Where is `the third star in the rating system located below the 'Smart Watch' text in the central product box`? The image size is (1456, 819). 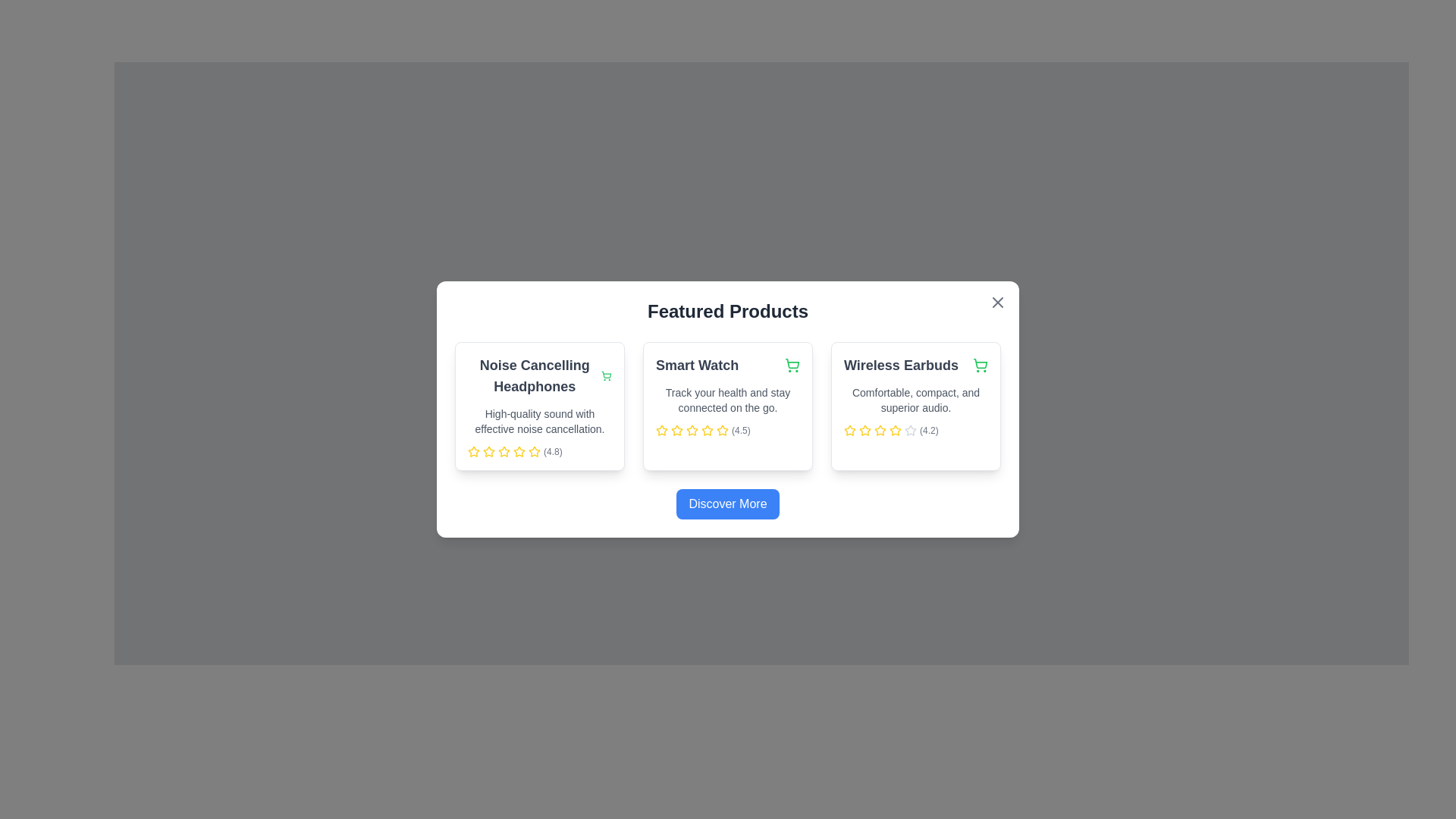 the third star in the rating system located below the 'Smart Watch' text in the central product box is located at coordinates (722, 430).